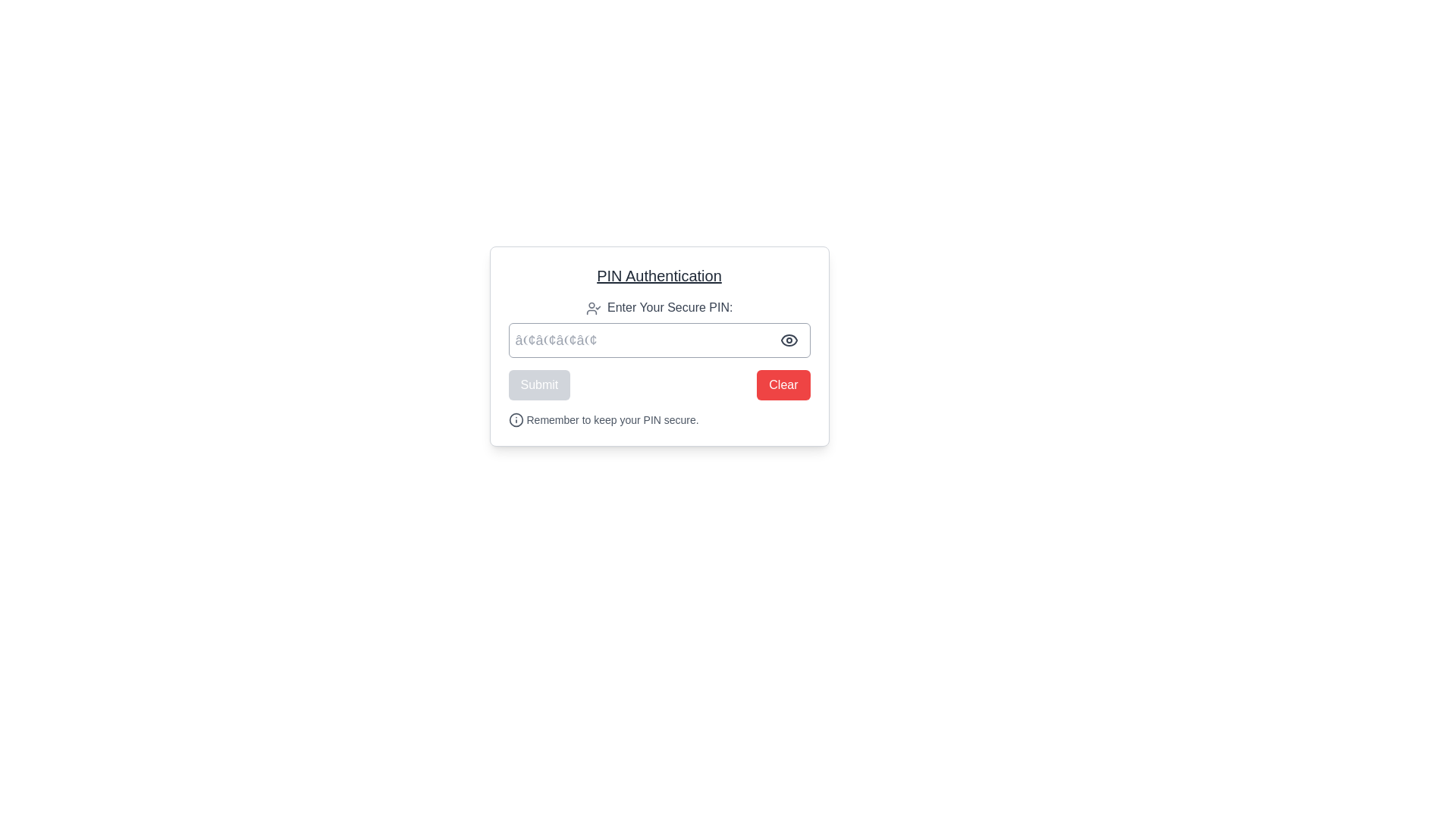  Describe the element at coordinates (539, 384) in the screenshot. I see `the 'Submit' button, which is a medium-sized rectangular button with a green background and bold white text, located just below the text input field and to the left of the 'Clear' button` at that location.